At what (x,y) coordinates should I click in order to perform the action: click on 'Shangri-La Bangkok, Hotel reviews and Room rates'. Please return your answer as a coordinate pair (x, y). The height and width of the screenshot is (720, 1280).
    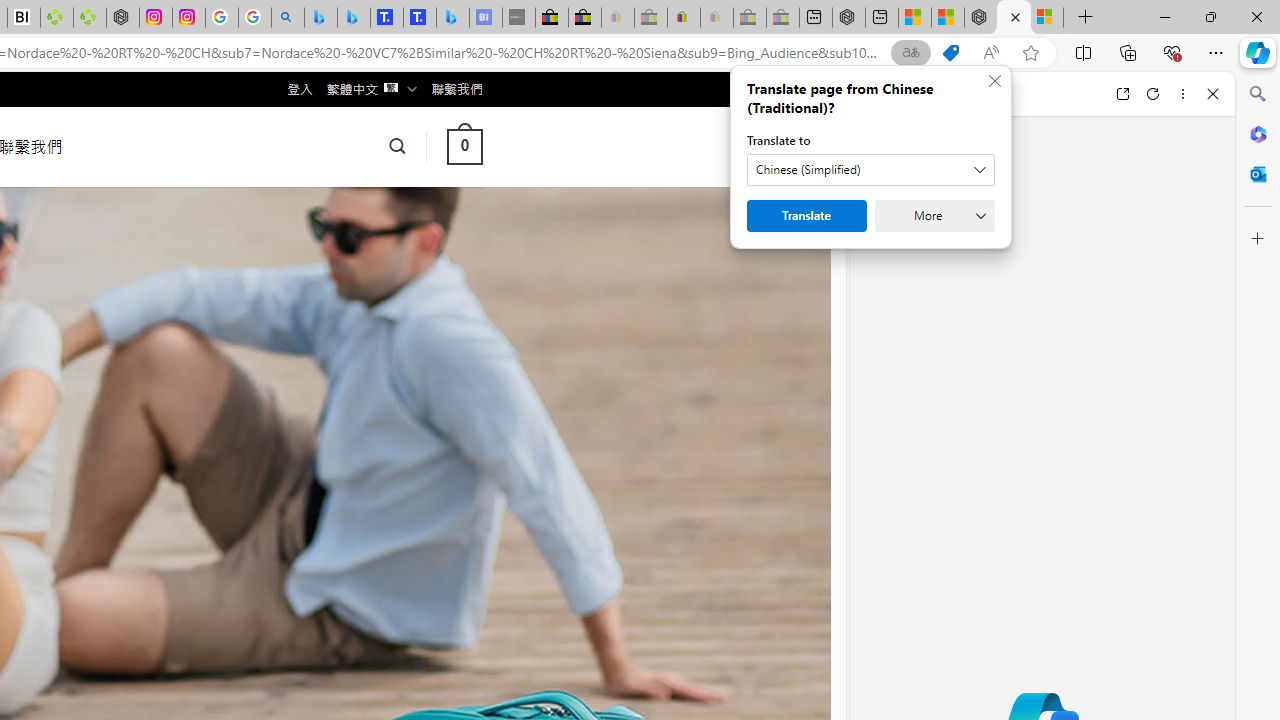
    Looking at the image, I should click on (419, 17).